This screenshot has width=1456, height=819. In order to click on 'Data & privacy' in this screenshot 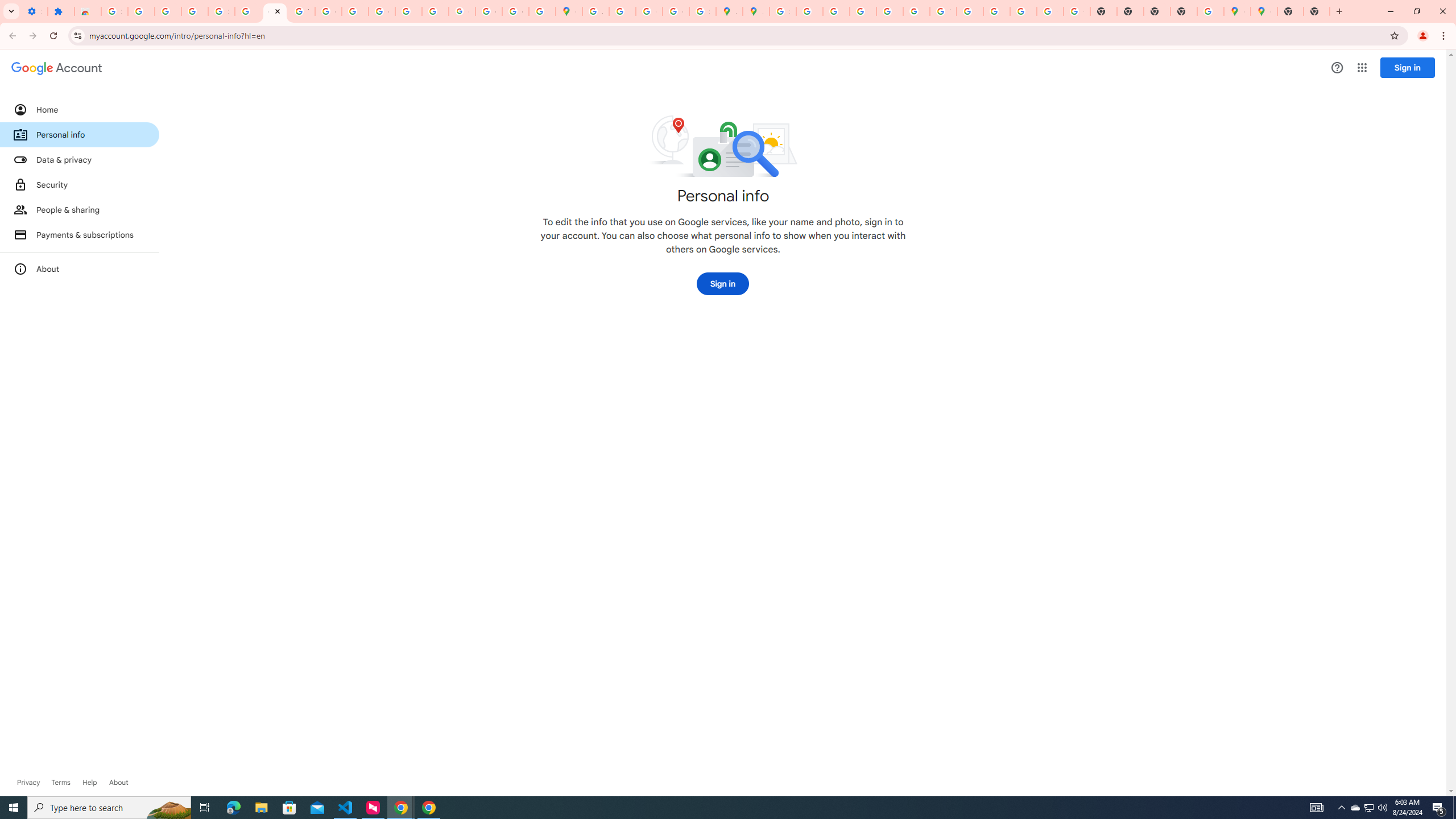, I will do `click(78, 159)`.